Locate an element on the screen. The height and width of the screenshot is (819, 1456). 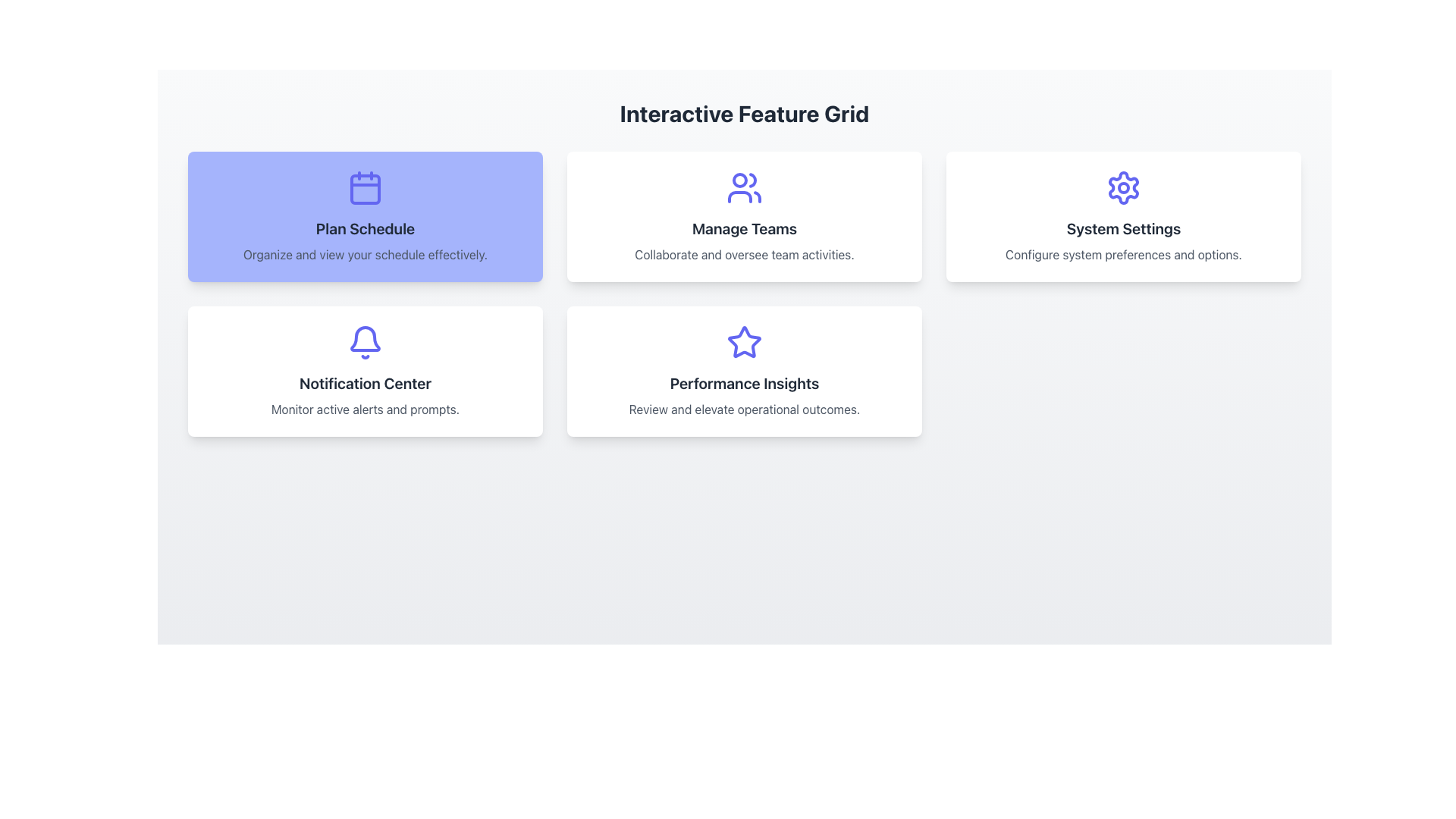
the Feature card located in the second column of the top row of the grid layout is located at coordinates (745, 216).